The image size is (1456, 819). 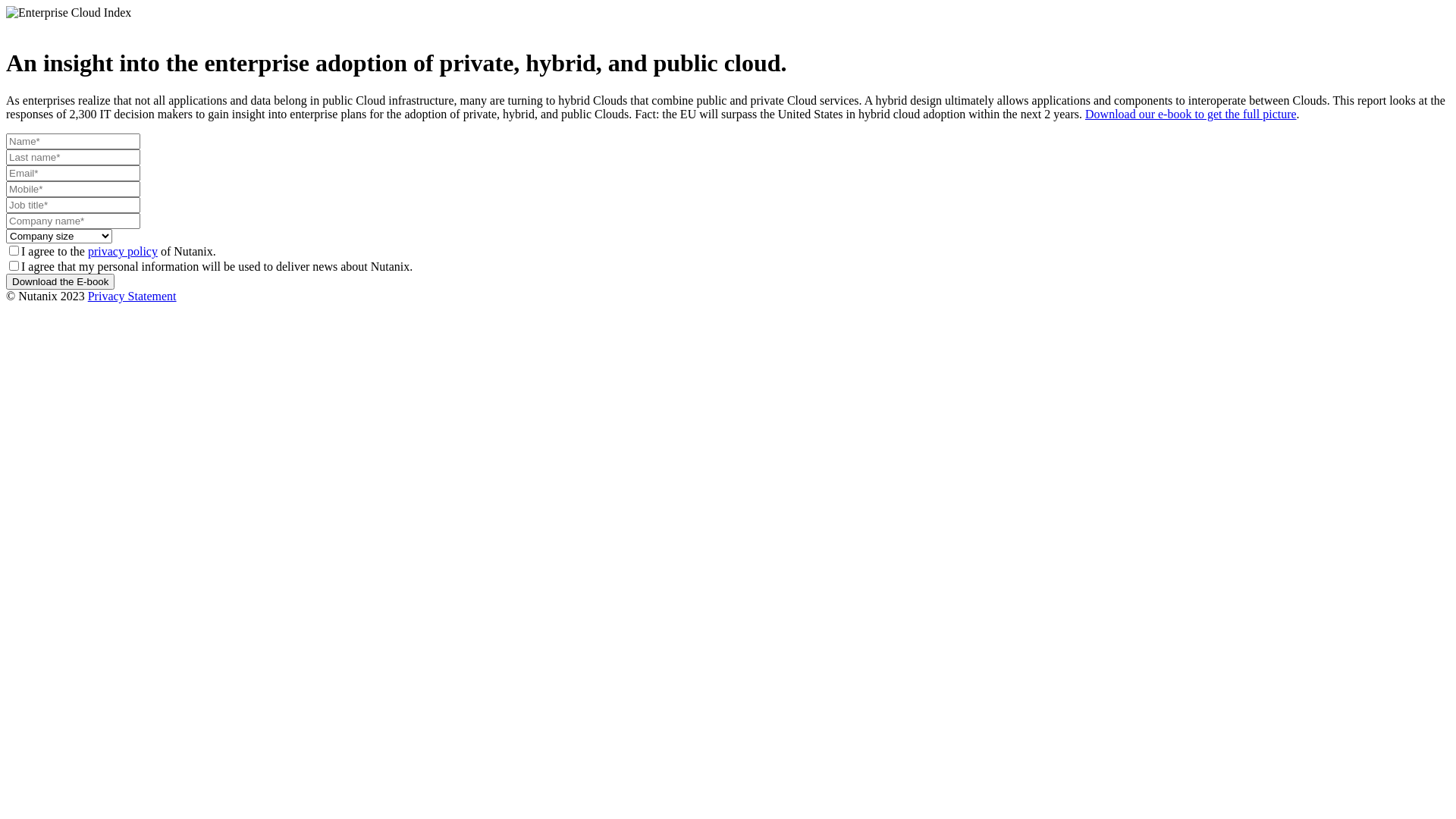 I want to click on 'Privacy Statement', so click(x=132, y=296).